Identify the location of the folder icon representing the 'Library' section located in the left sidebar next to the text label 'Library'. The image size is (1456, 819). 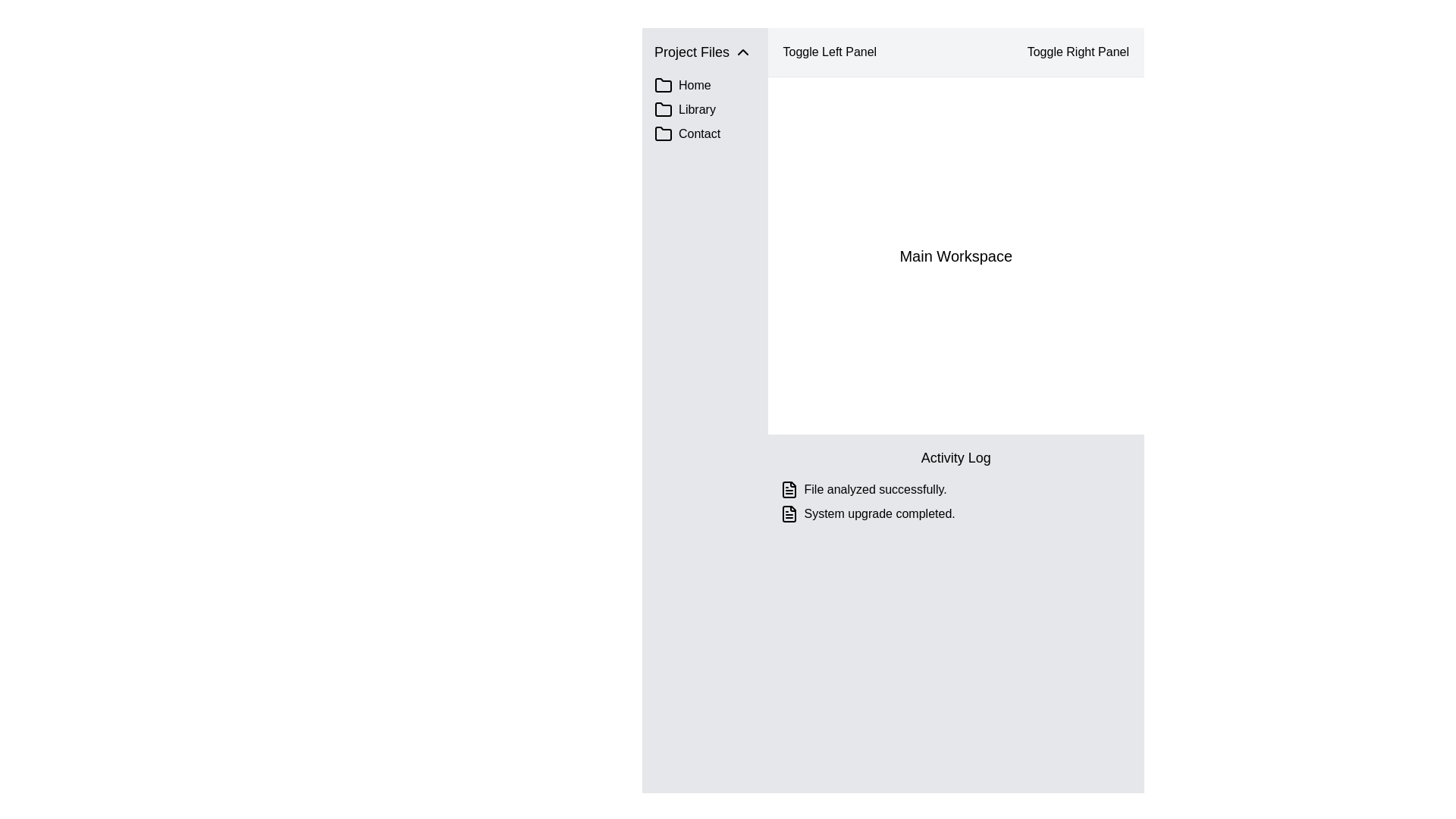
(663, 108).